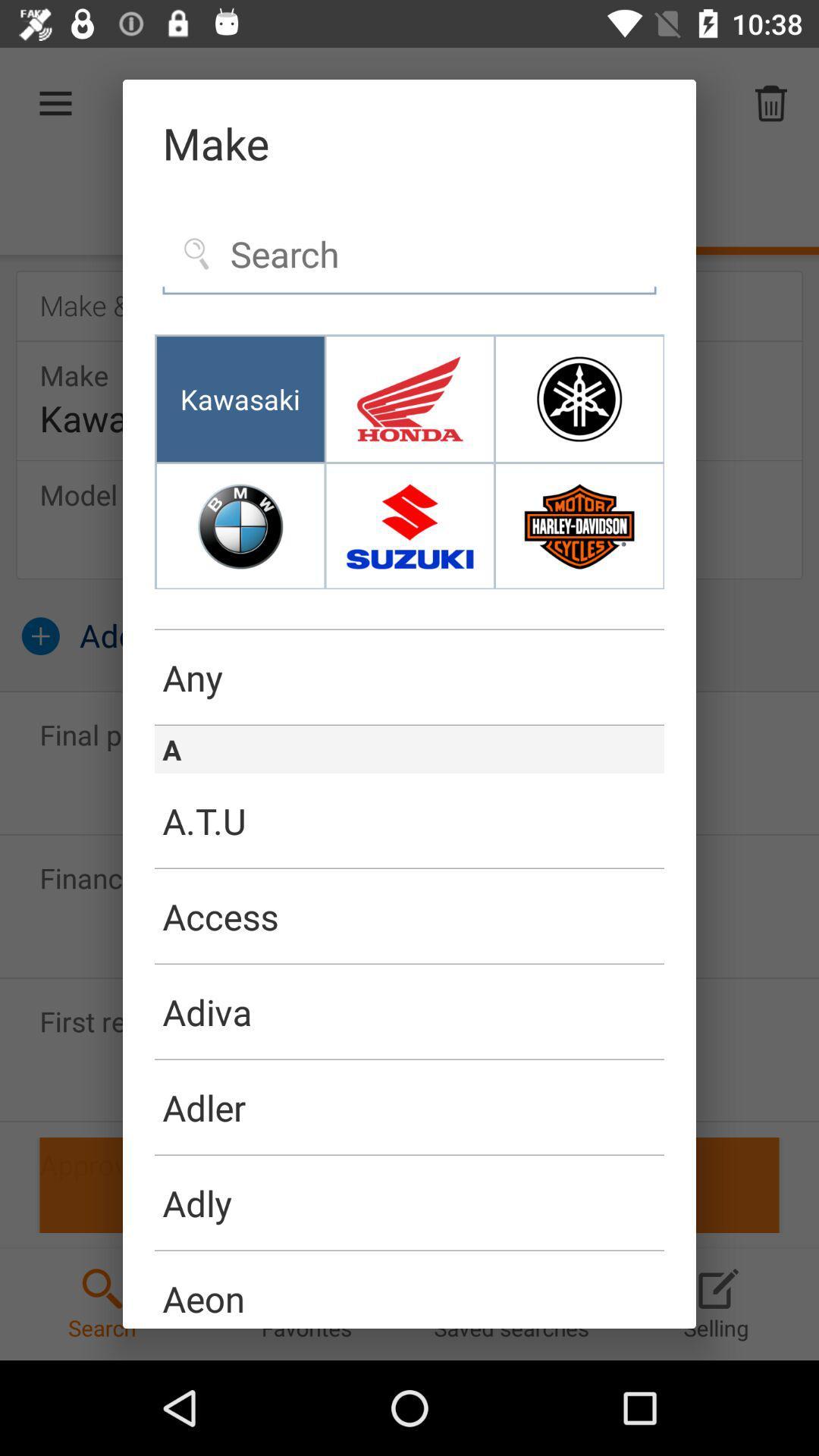 Image resolution: width=819 pixels, height=1456 pixels. I want to click on the item above aeon item, so click(409, 1250).